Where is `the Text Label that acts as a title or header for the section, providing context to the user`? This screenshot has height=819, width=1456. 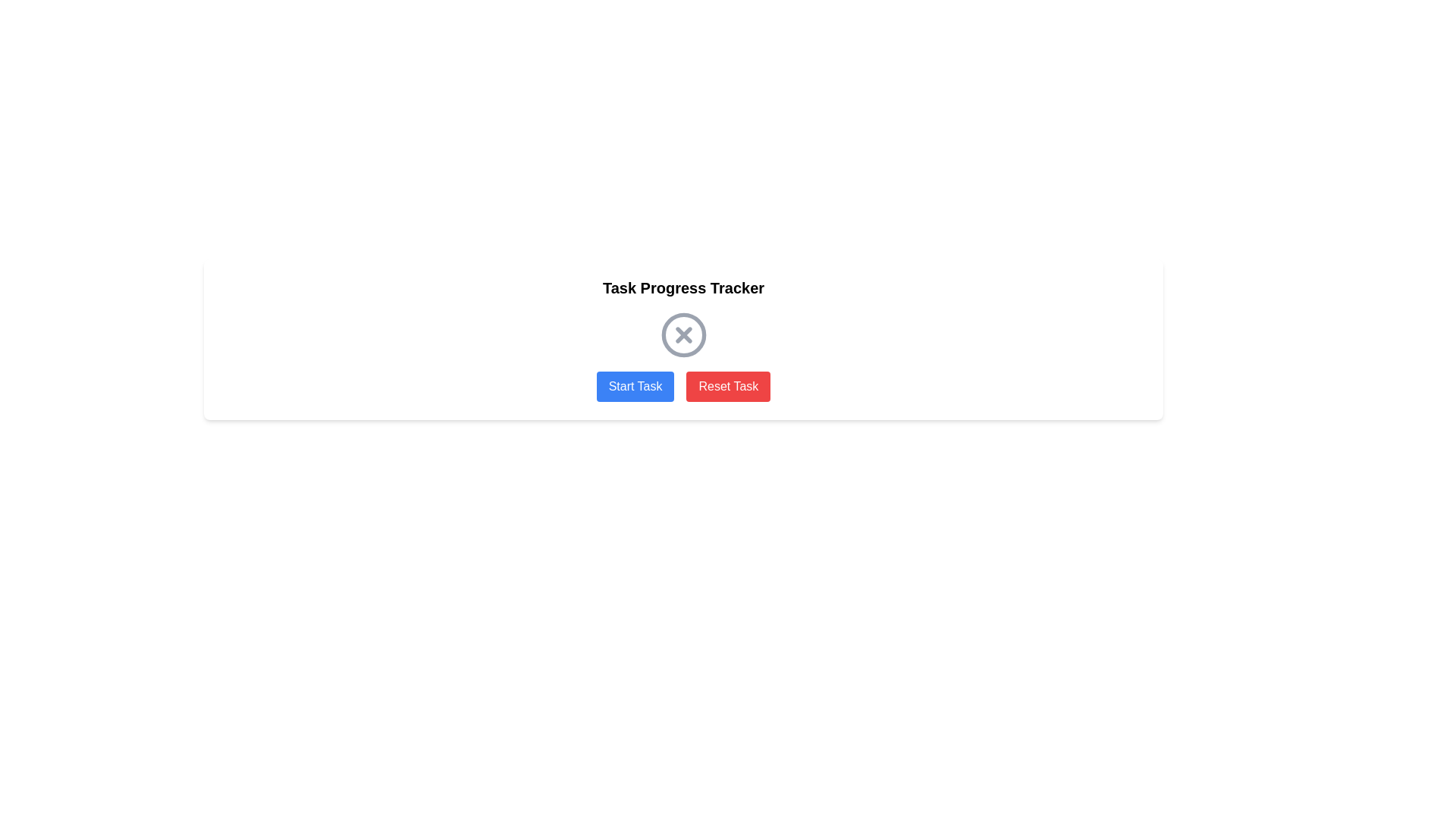 the Text Label that acts as a title or header for the section, providing context to the user is located at coordinates (682, 288).